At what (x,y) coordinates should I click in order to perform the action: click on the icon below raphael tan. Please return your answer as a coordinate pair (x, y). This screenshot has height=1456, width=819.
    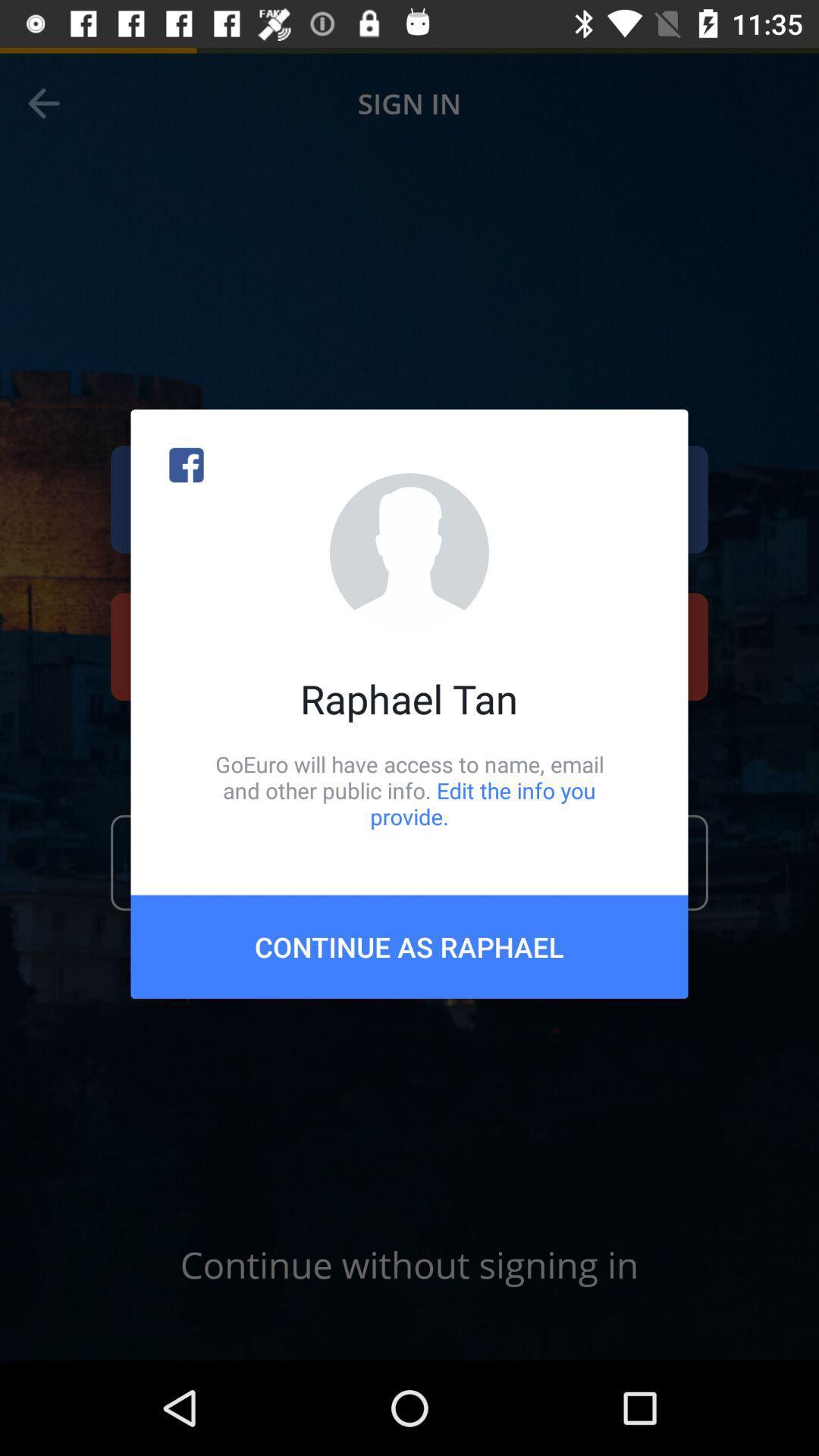
    Looking at the image, I should click on (409, 789).